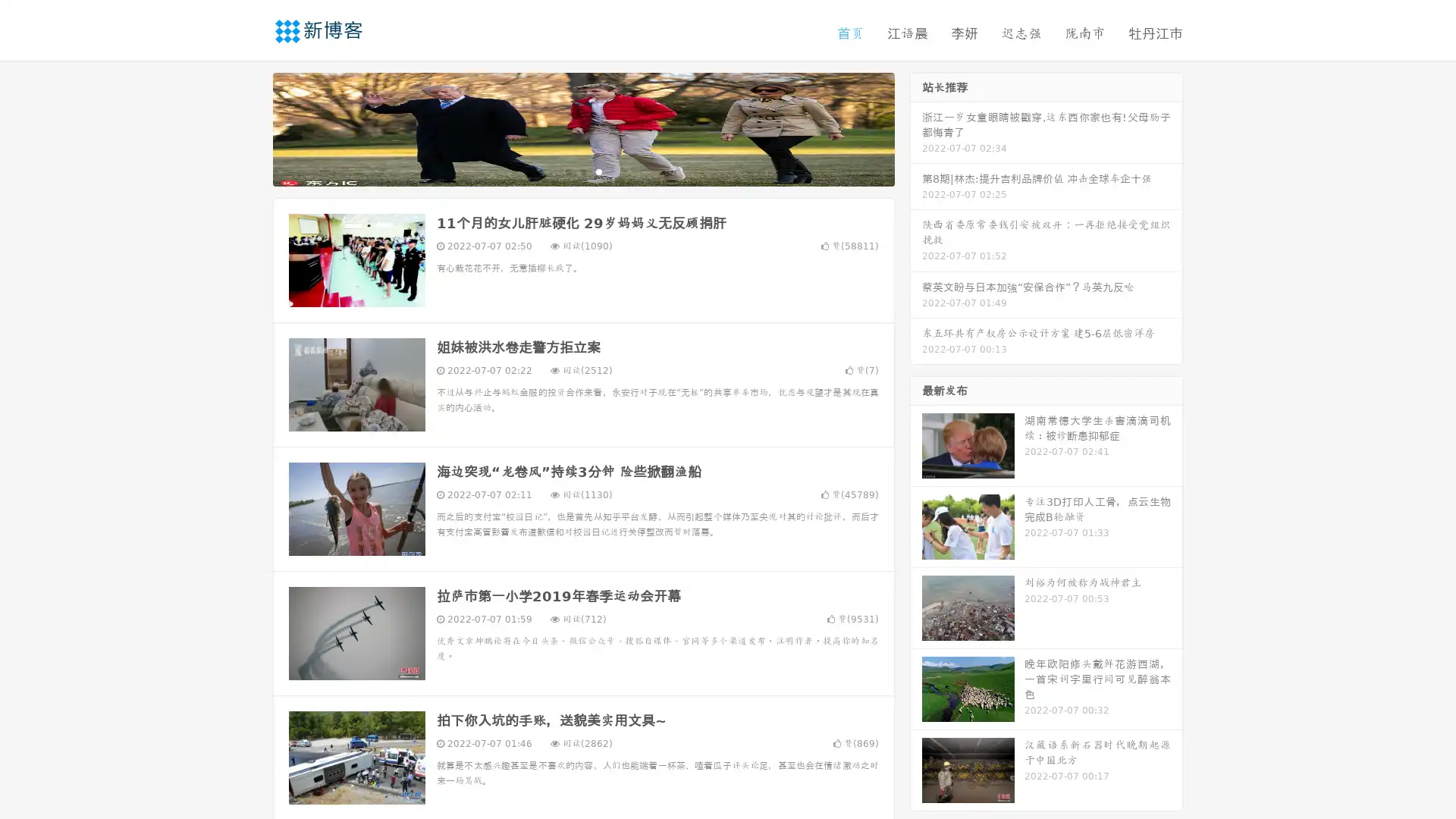 The width and height of the screenshot is (1456, 819). I want to click on Previous slide, so click(250, 127).